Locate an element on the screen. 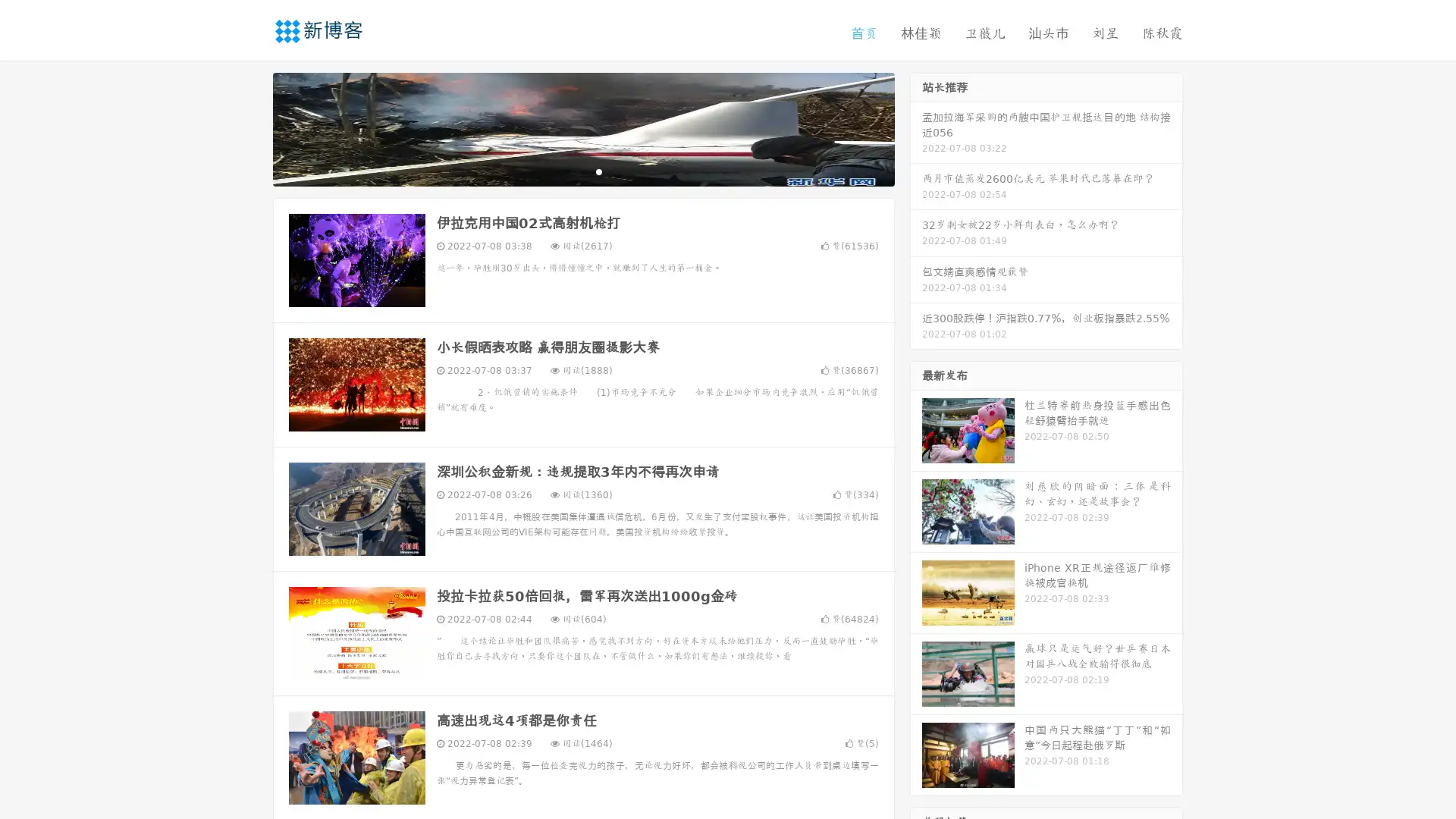  Go to slide 1 is located at coordinates (567, 171).